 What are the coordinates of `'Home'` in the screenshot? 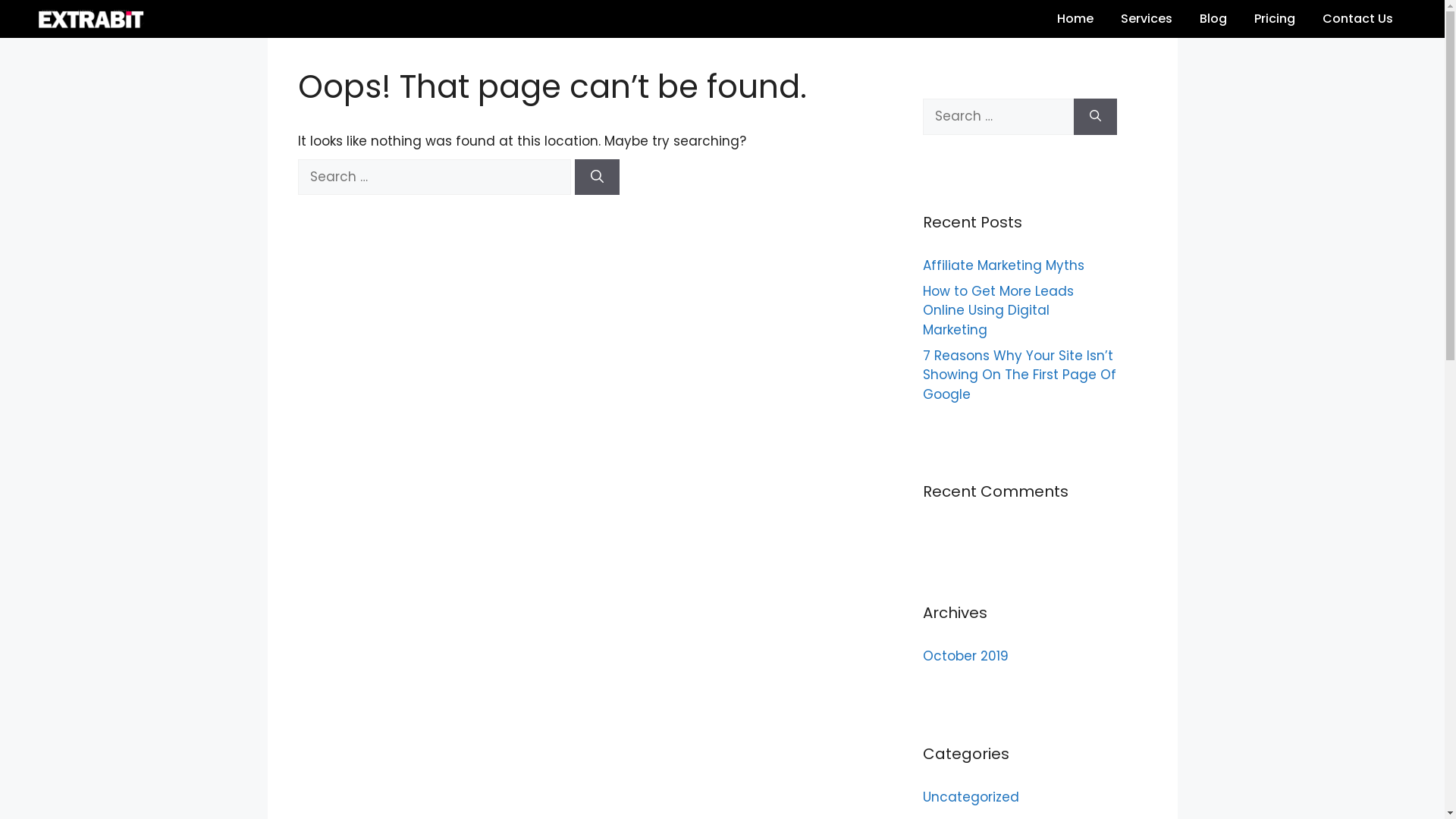 It's located at (1074, 18).